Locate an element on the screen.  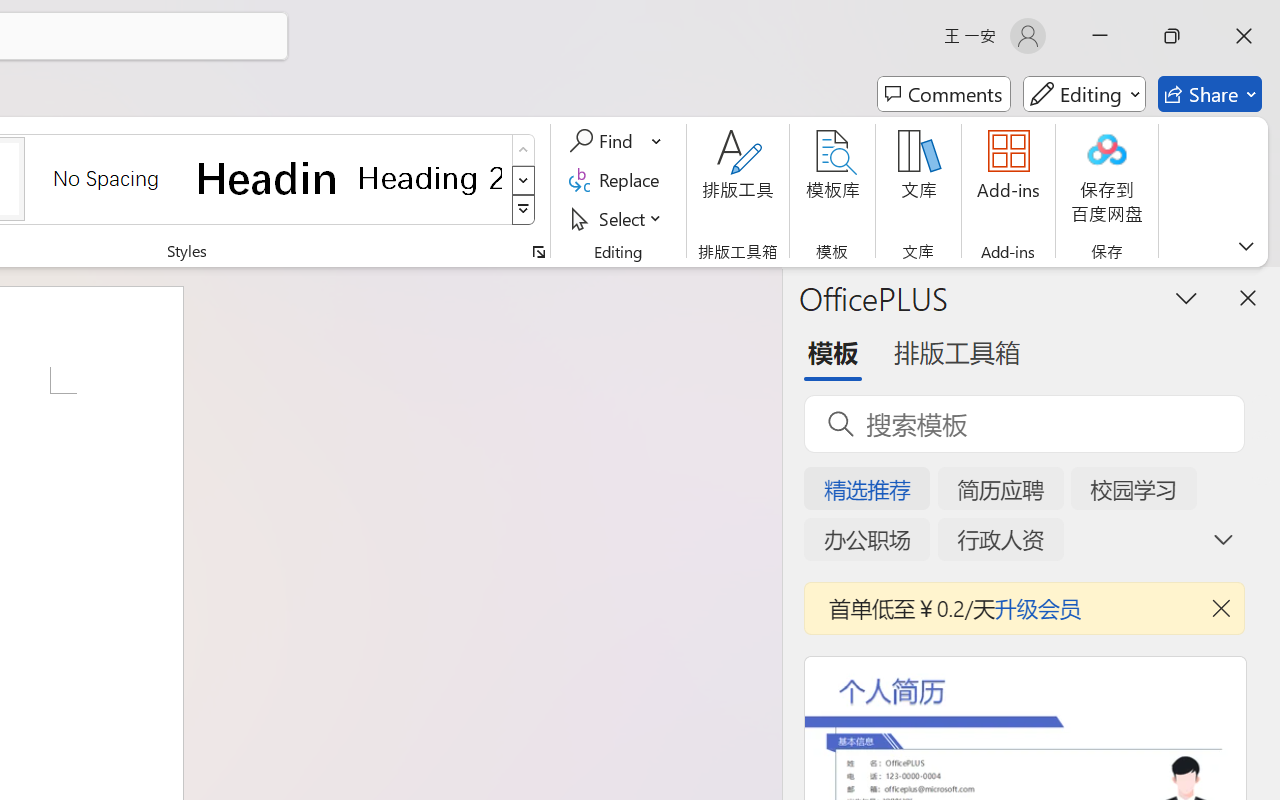
'Row Down' is located at coordinates (523, 179).